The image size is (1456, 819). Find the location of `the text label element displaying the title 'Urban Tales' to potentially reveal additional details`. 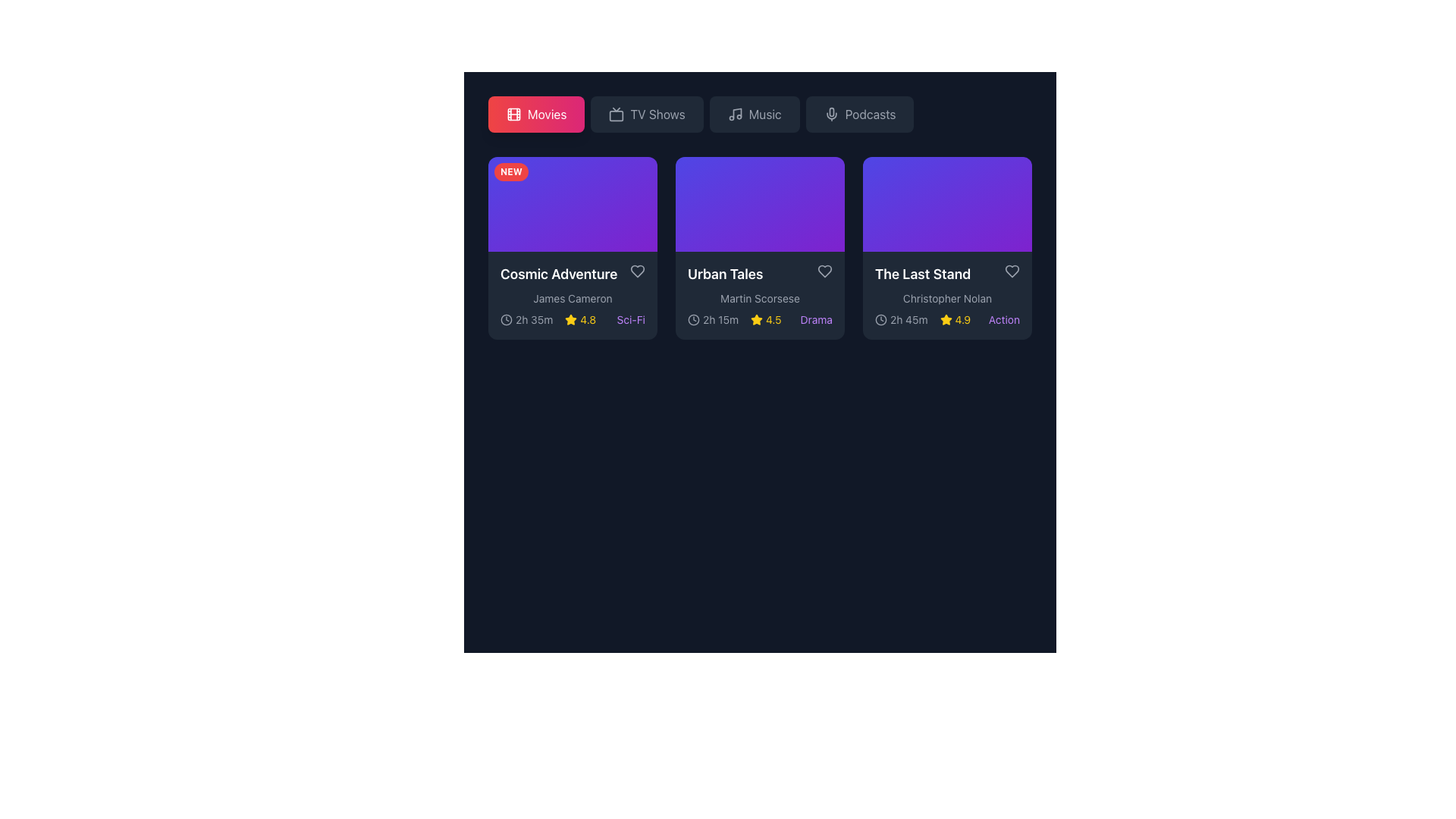

the text label element displaying the title 'Urban Tales' to potentially reveal additional details is located at coordinates (724, 275).